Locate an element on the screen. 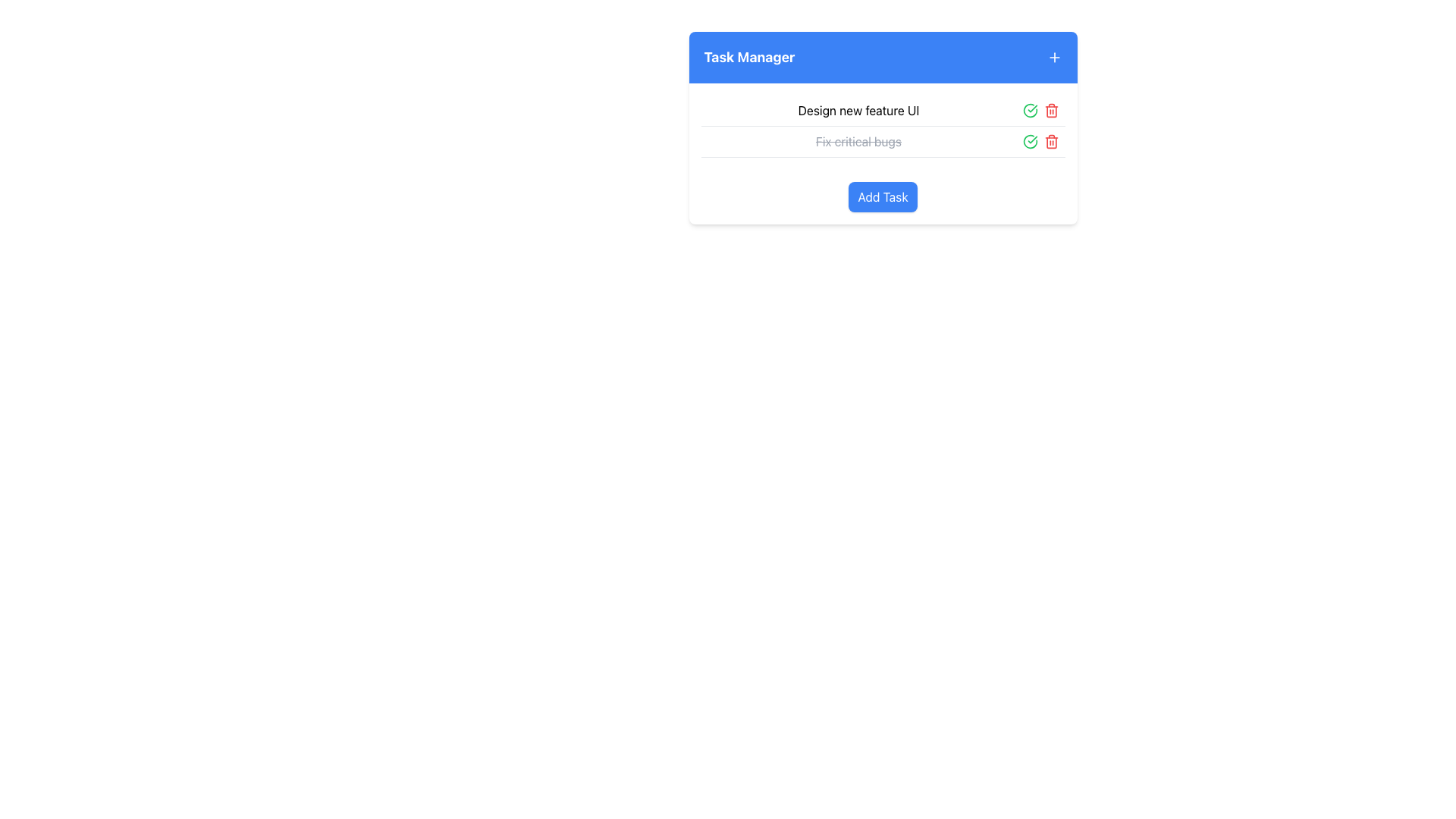 This screenshot has width=1456, height=819. the text label displaying 'Design new feature UI' in plain black text on a white background, which is part of the task management interface is located at coordinates (858, 110).